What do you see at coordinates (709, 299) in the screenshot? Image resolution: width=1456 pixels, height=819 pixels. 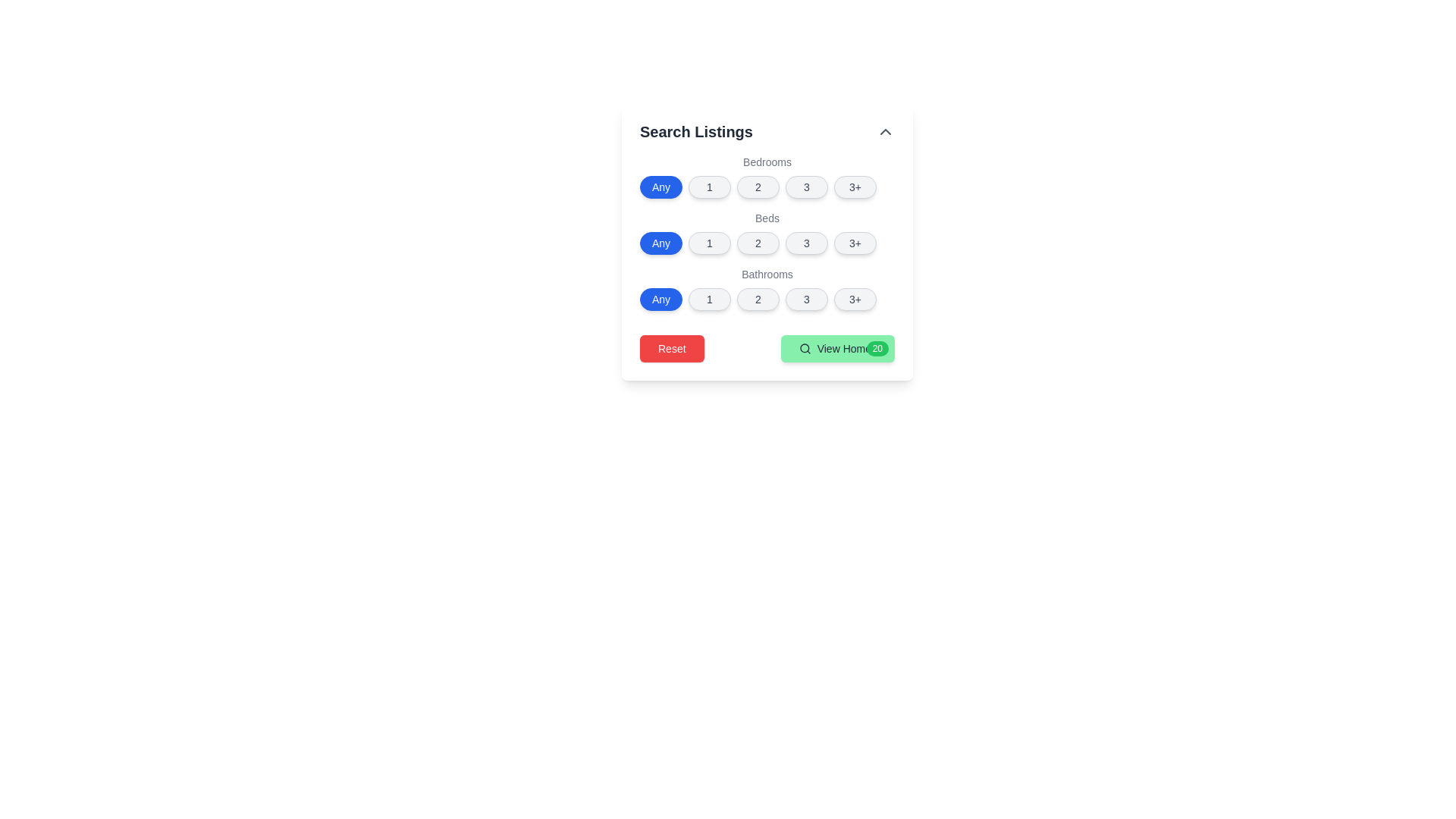 I see `the circular button with a light gray background and the number '1' centered within it, located under the 'Bathrooms' section, to interact with it` at bounding box center [709, 299].